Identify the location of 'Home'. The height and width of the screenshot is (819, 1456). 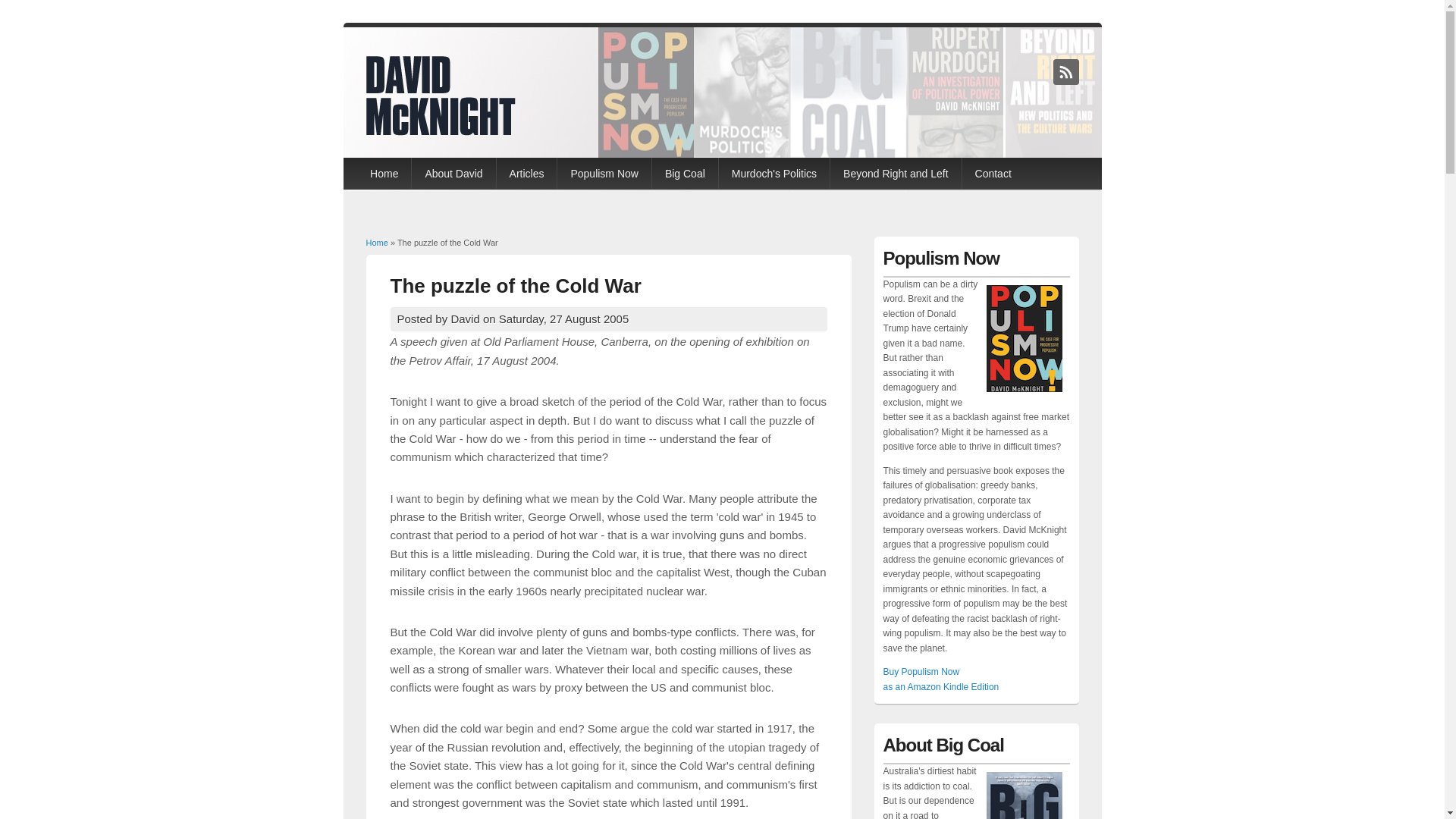
(376, 242).